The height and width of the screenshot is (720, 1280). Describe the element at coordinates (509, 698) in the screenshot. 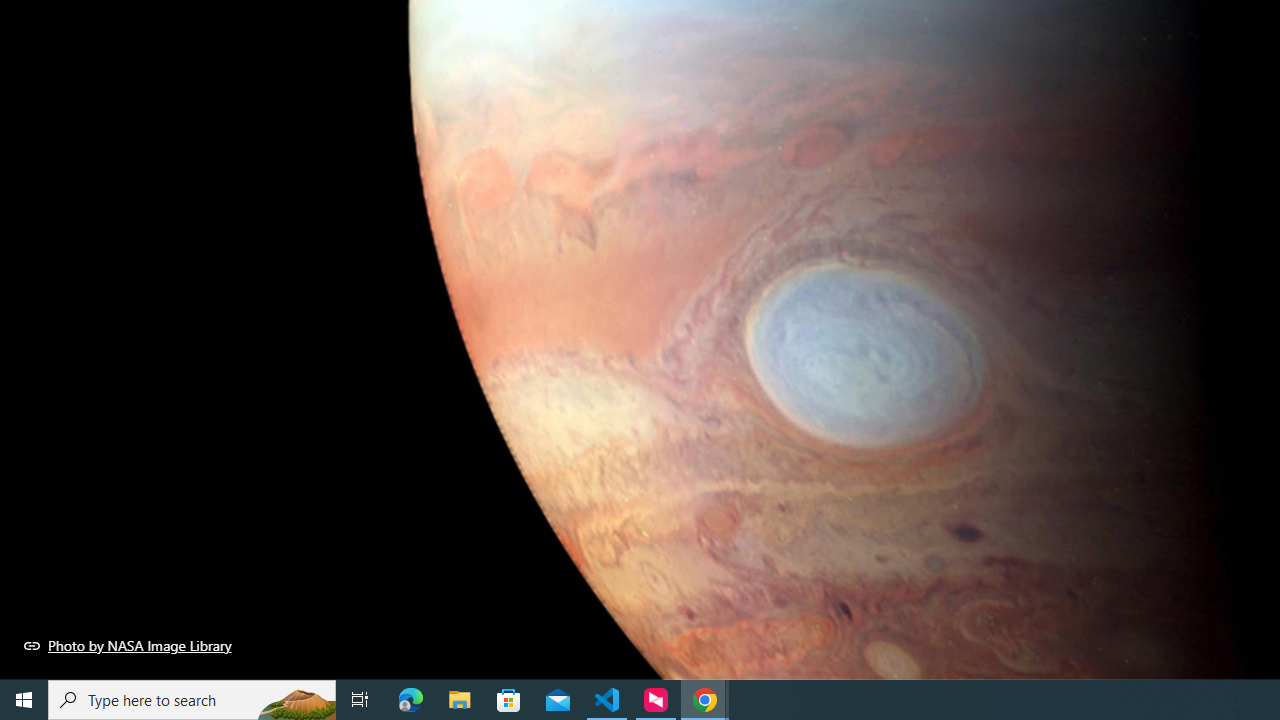

I see `'Microsoft Store'` at that location.